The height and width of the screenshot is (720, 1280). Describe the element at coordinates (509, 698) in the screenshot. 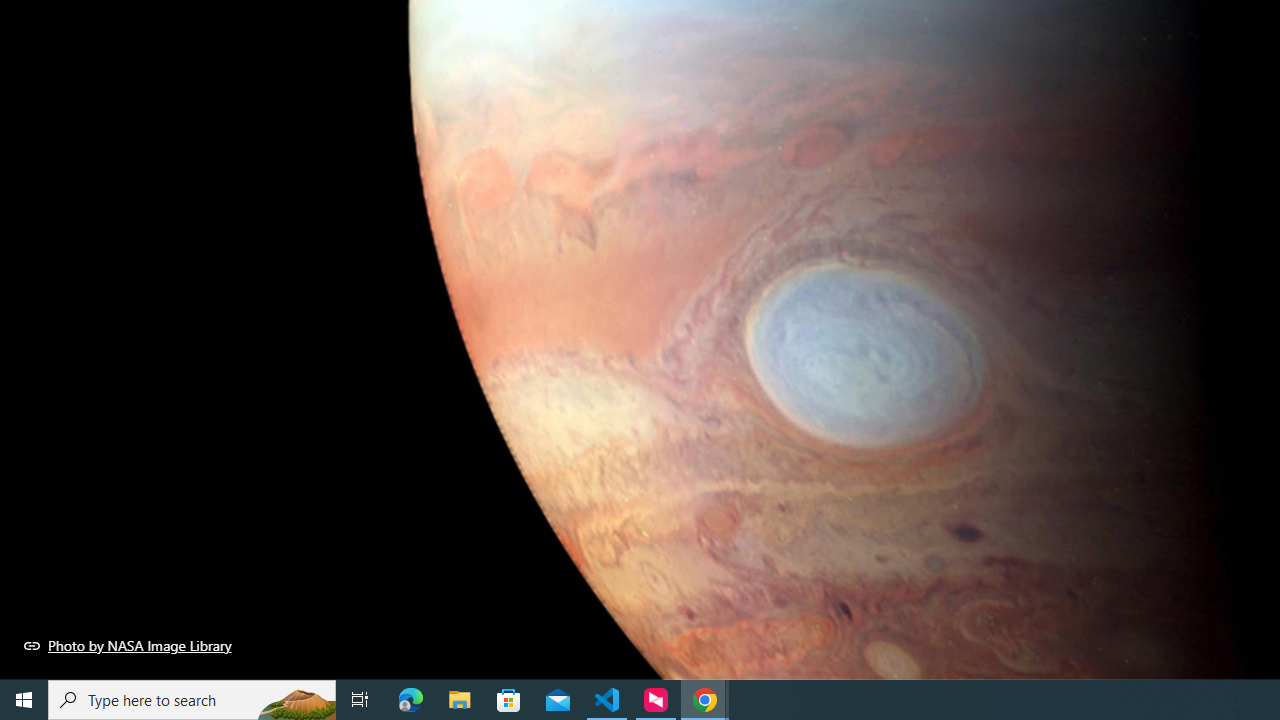

I see `'Microsoft Store'` at that location.